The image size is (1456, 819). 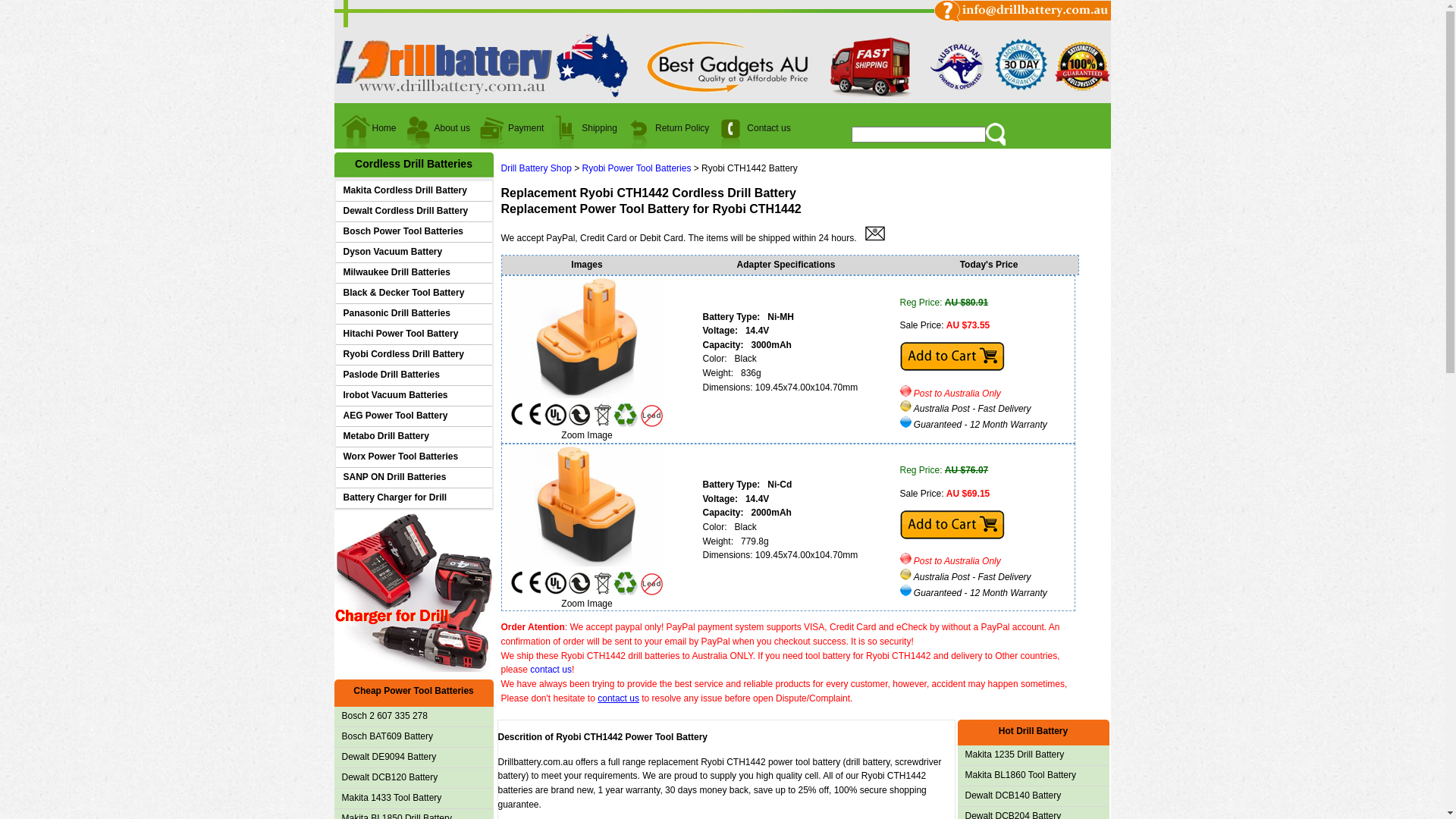 What do you see at coordinates (413, 798) in the screenshot?
I see `'Makita 1433 Tool Battery'` at bounding box center [413, 798].